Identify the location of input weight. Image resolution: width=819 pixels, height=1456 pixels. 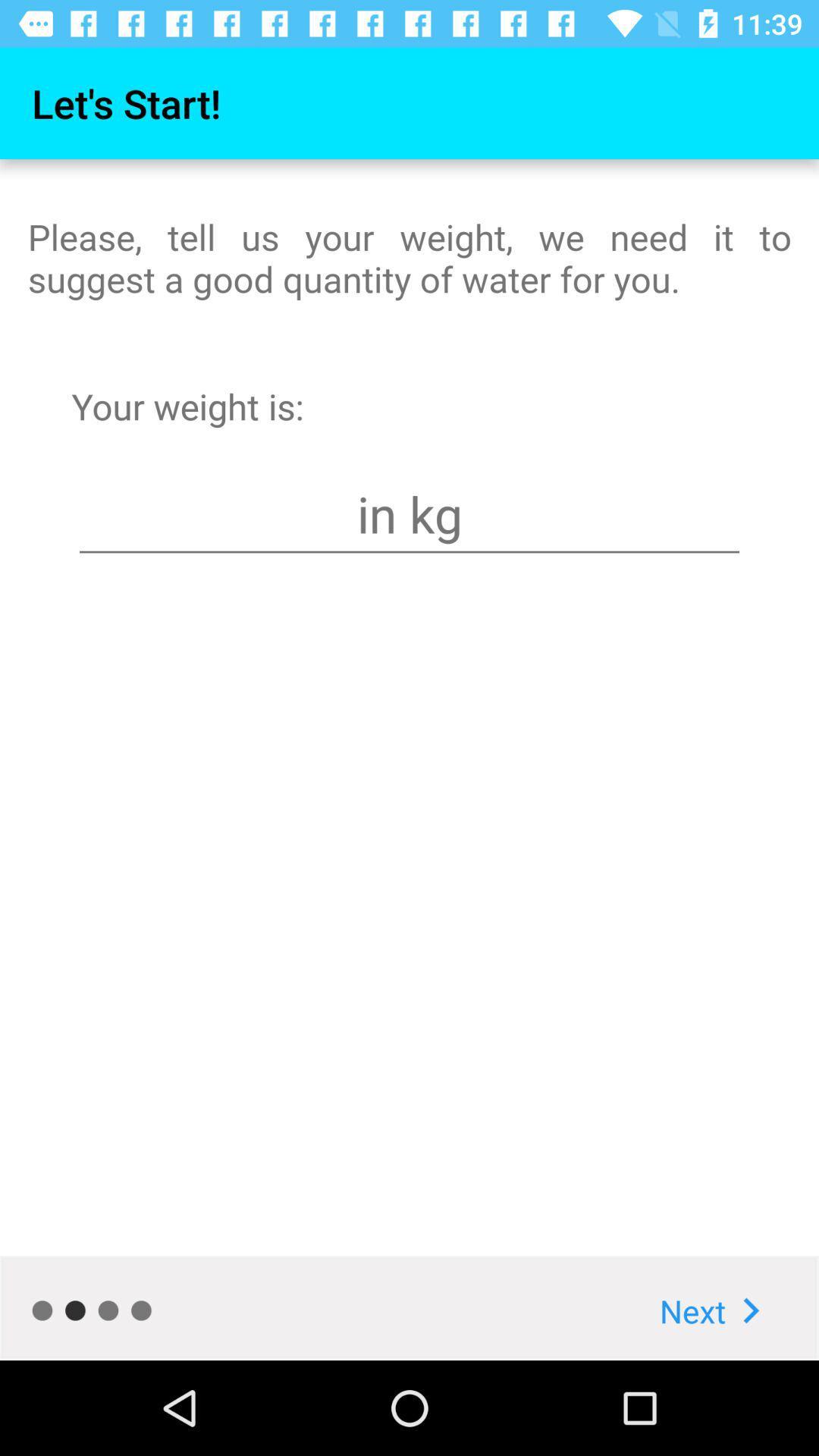
(409, 514).